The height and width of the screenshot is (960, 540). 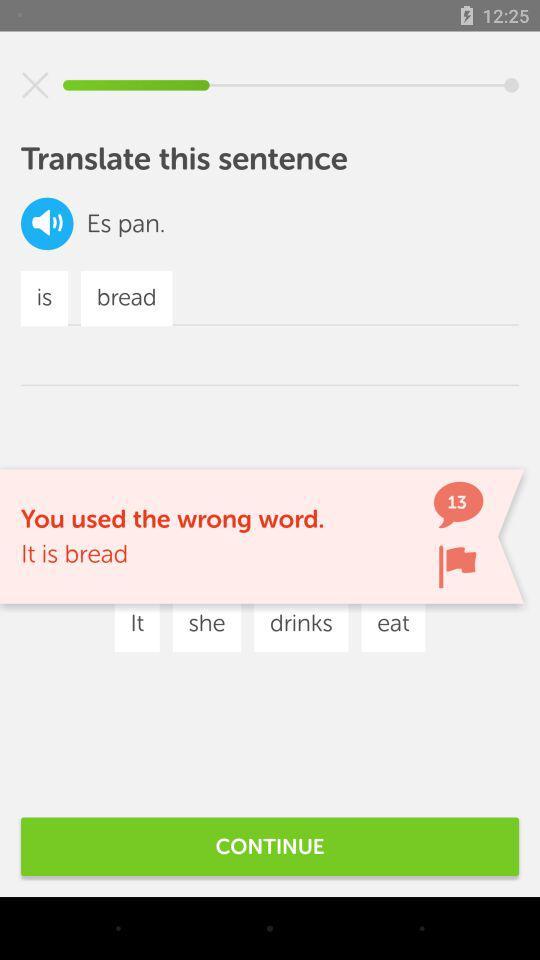 I want to click on flag this entry, so click(x=457, y=566).